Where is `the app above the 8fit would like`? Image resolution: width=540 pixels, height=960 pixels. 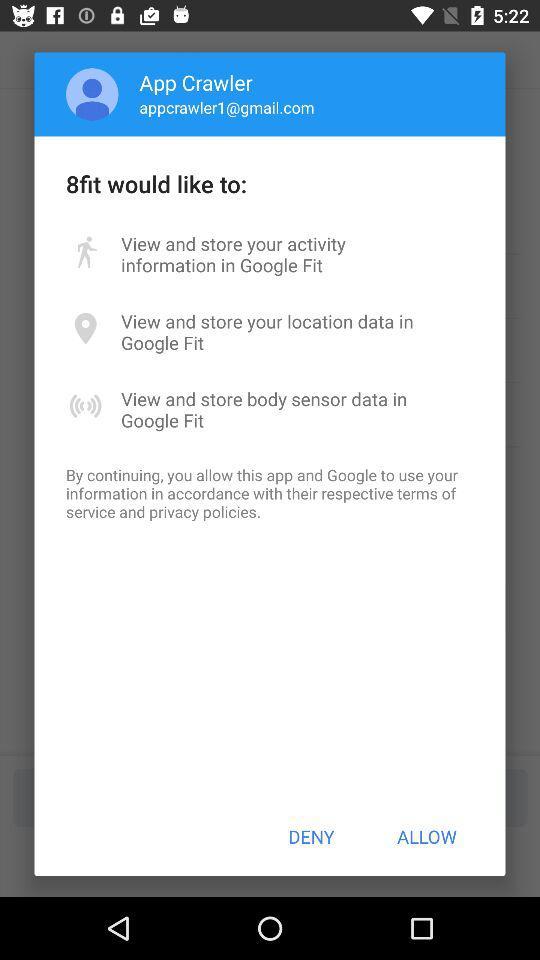 the app above the 8fit would like is located at coordinates (226, 107).